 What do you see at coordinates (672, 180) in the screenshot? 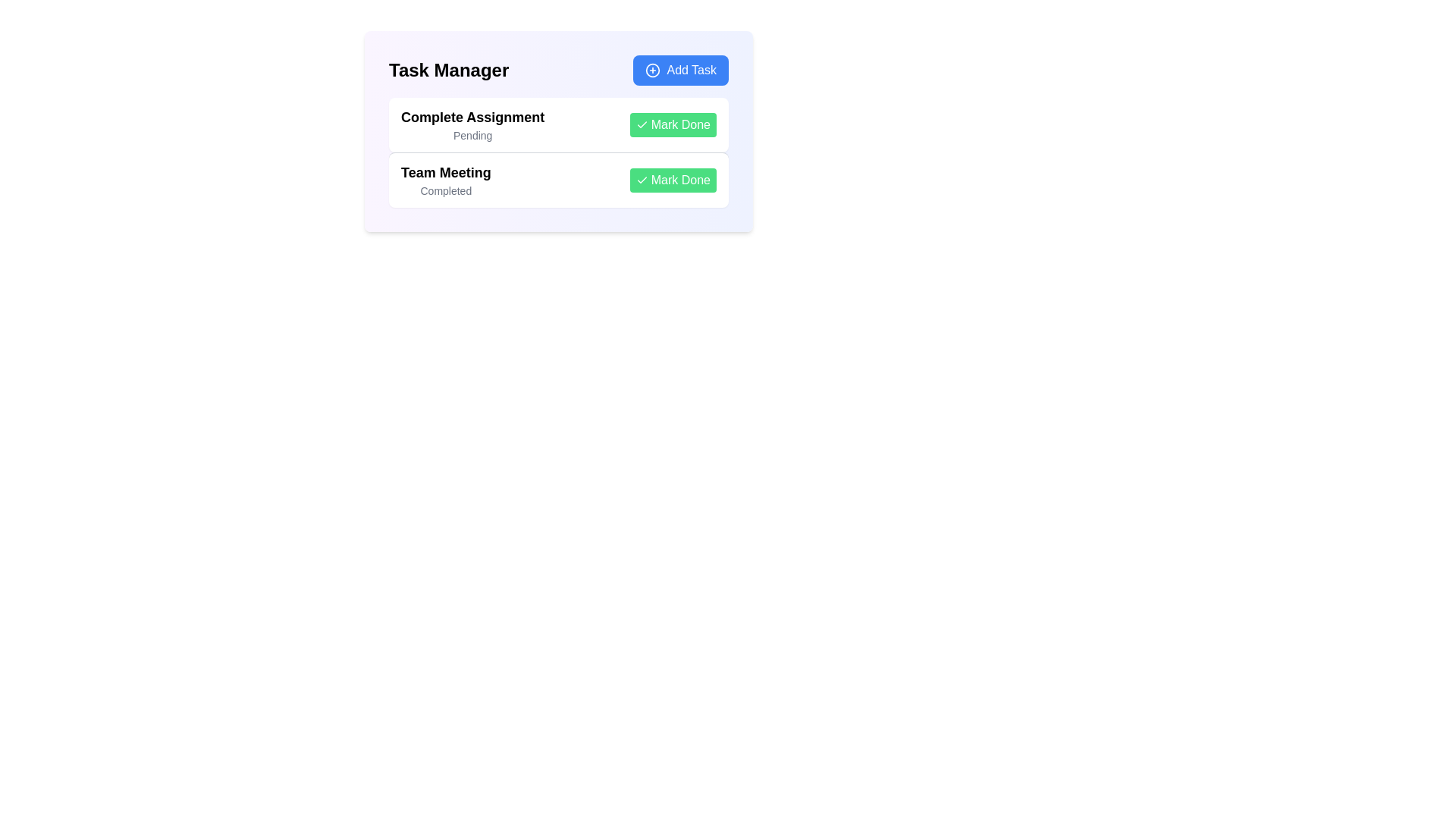
I see `'Mark Done' button for the task 'Team Meeting'` at bounding box center [672, 180].